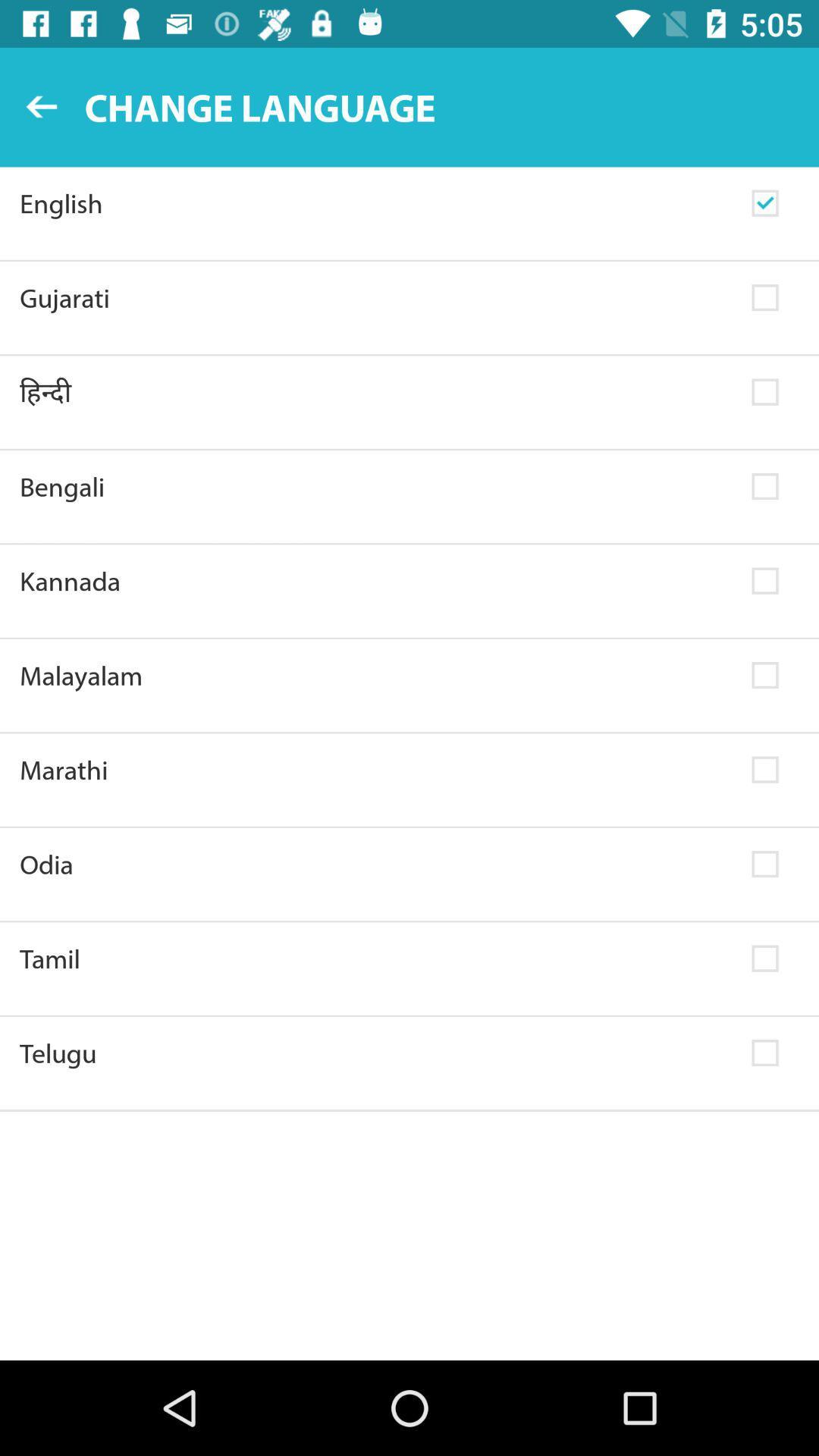  I want to click on marathi, so click(375, 770).